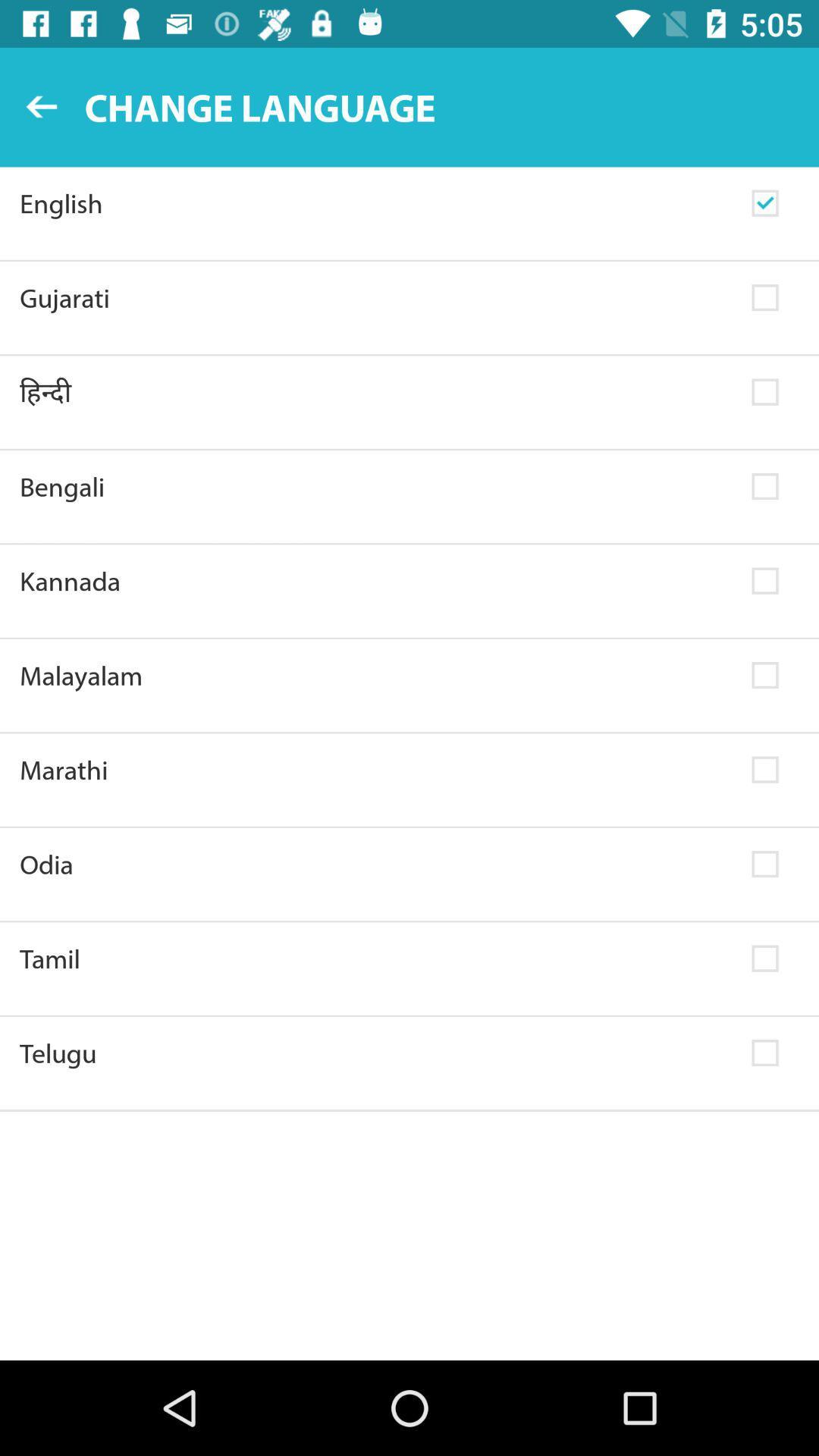  I want to click on marathi, so click(375, 770).